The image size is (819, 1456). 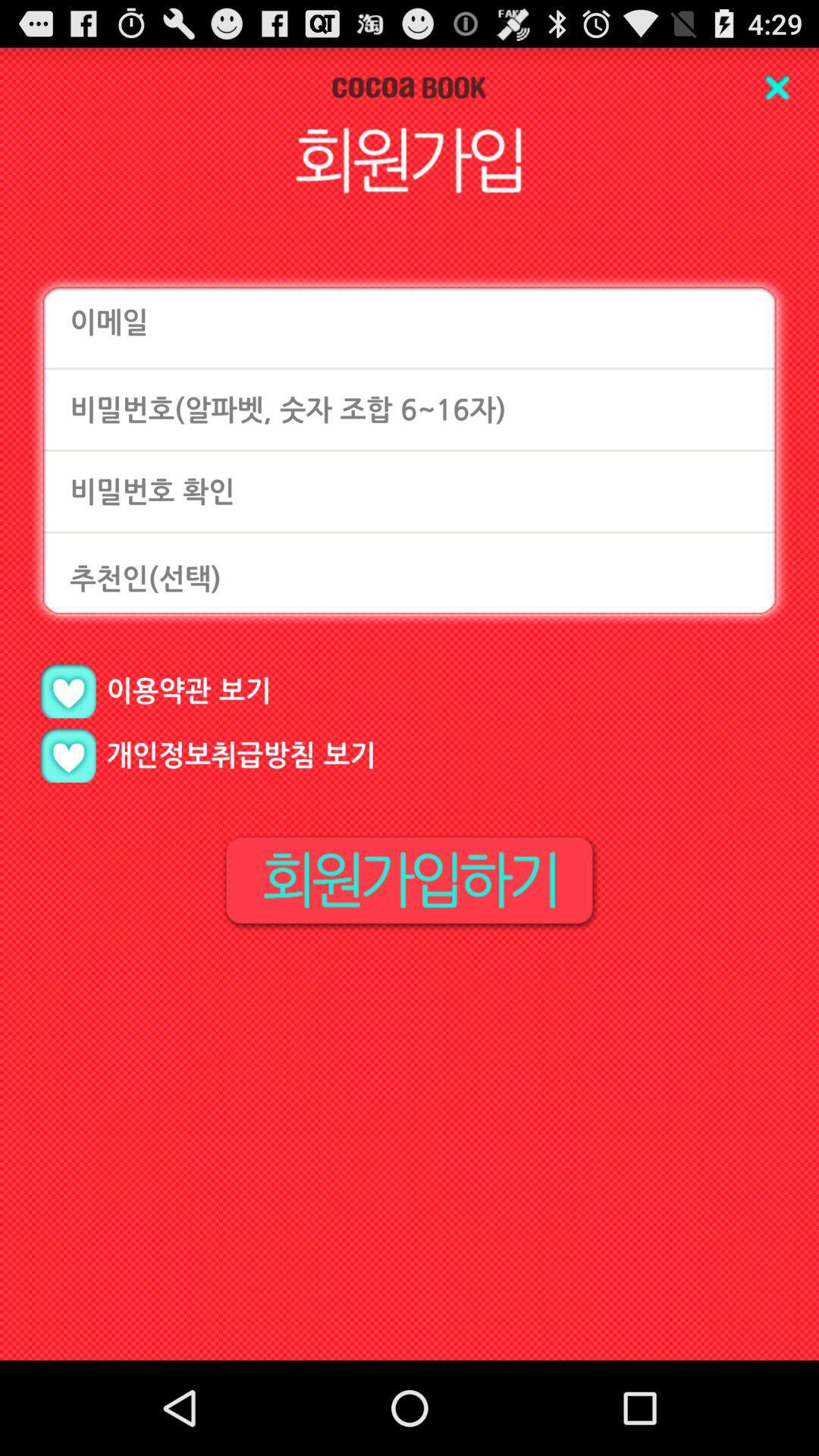 I want to click on like page, so click(x=67, y=690).